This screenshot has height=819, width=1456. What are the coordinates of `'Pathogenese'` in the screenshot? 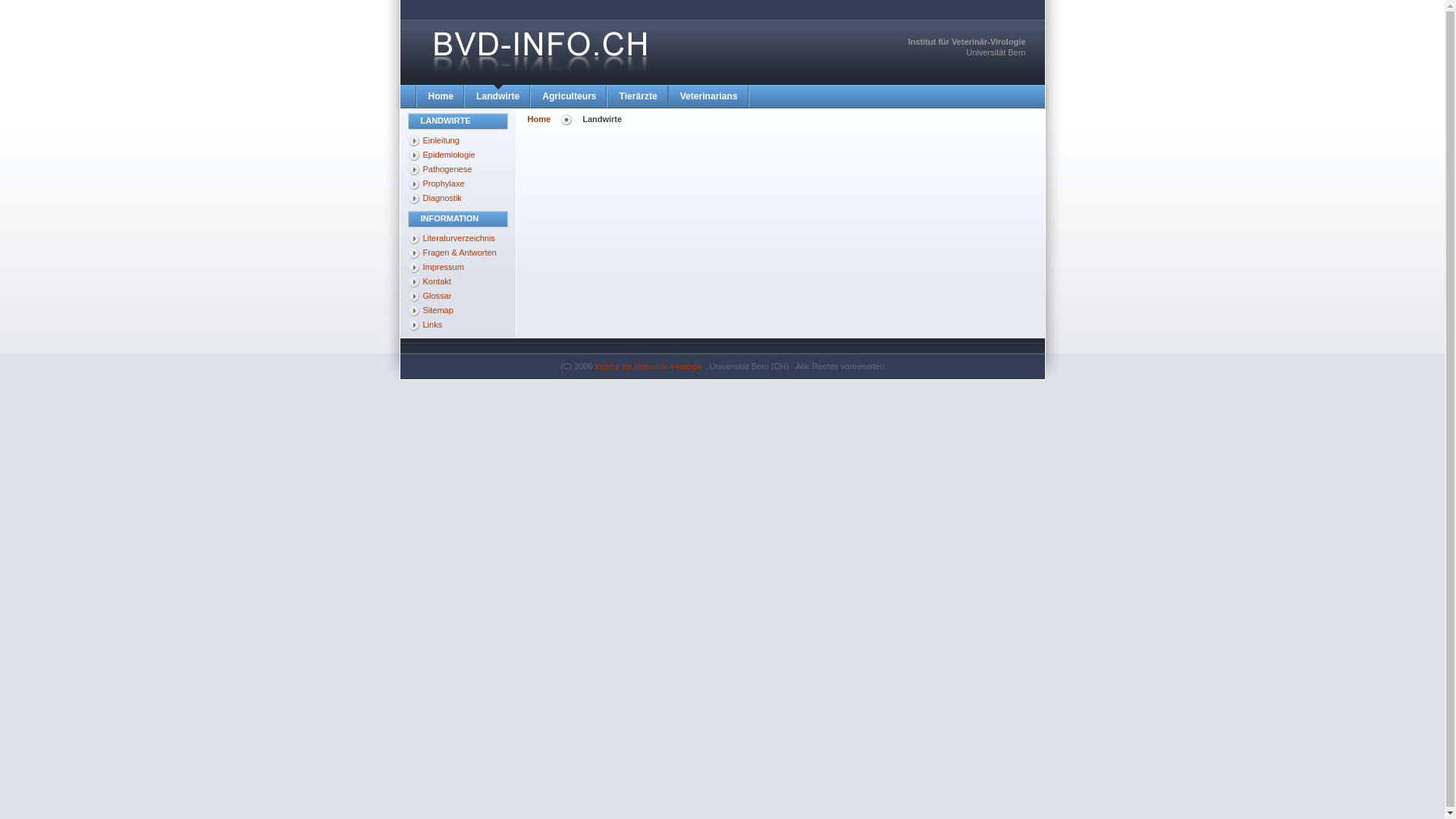 It's located at (457, 169).